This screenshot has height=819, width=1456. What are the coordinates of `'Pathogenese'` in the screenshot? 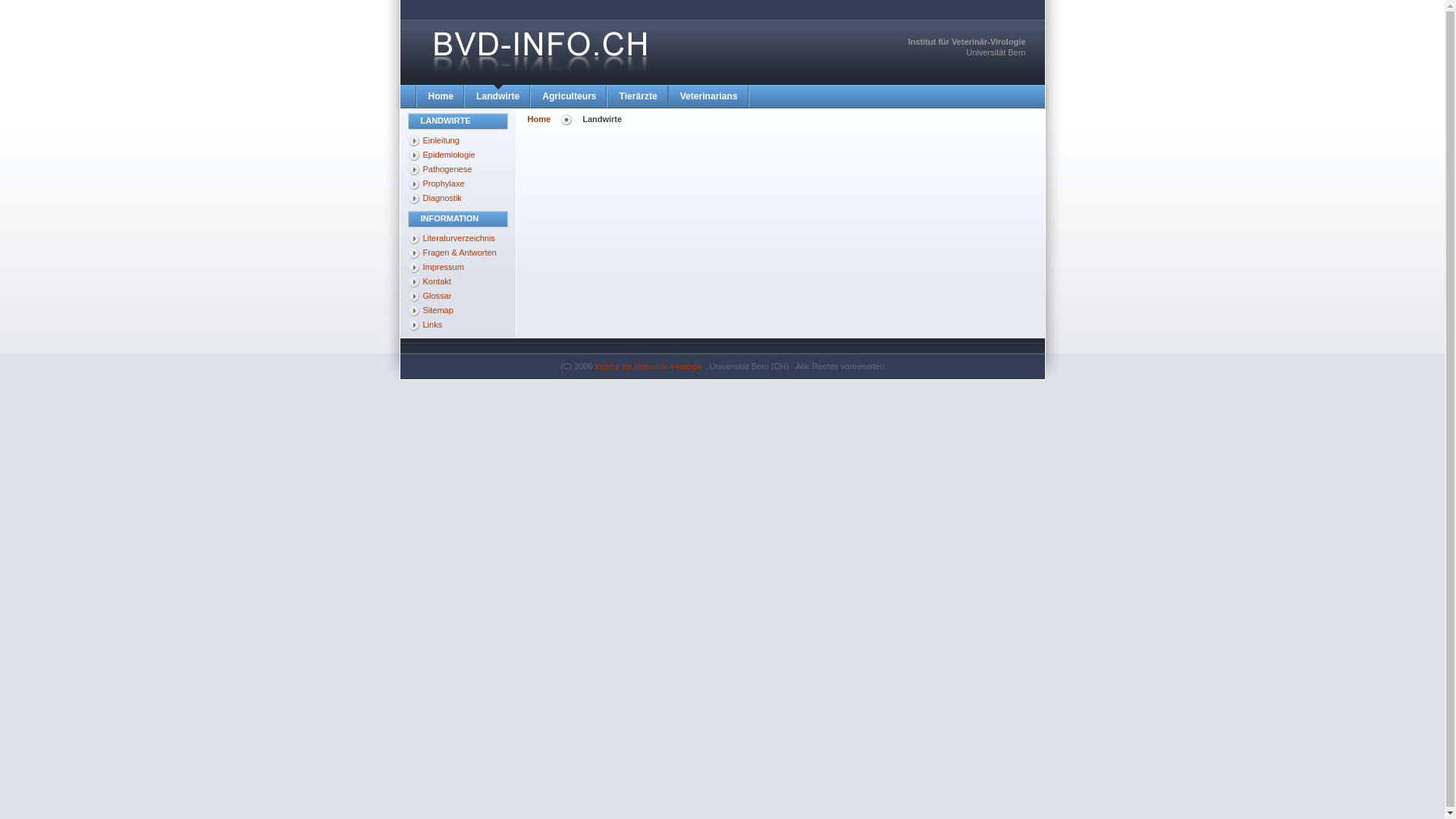 It's located at (457, 169).